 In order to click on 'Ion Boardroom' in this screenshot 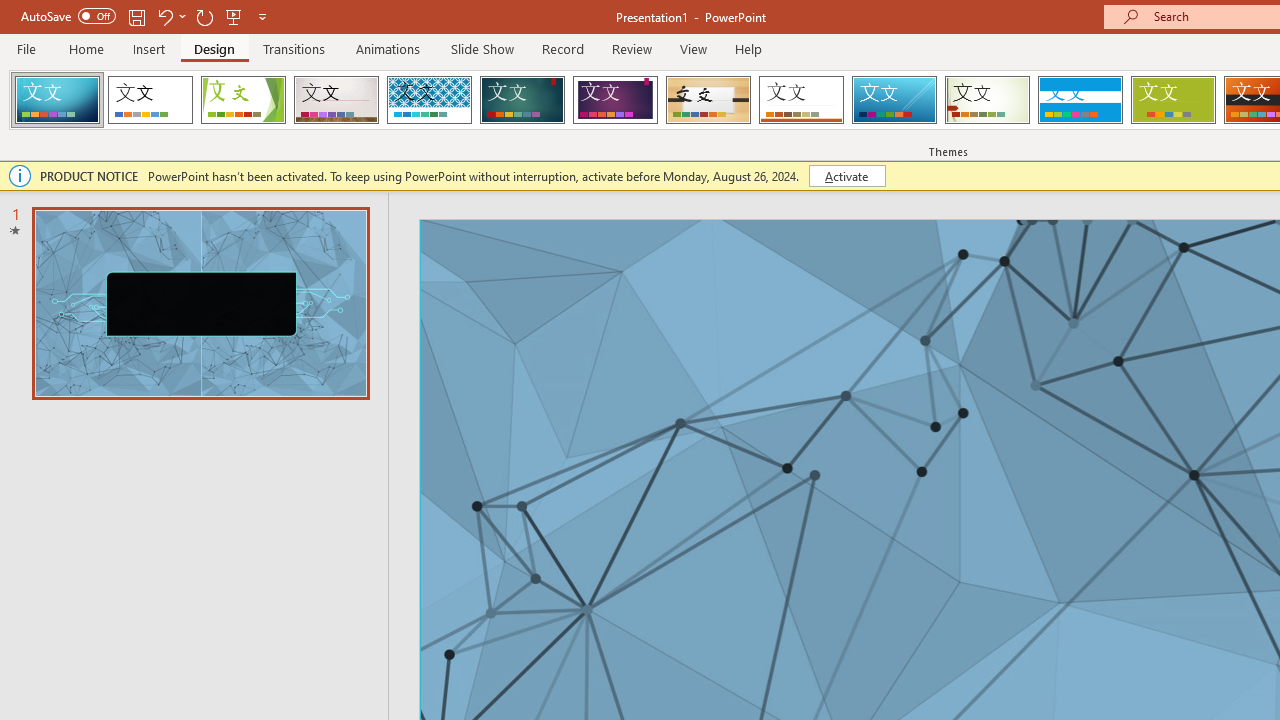, I will do `click(614, 100)`.